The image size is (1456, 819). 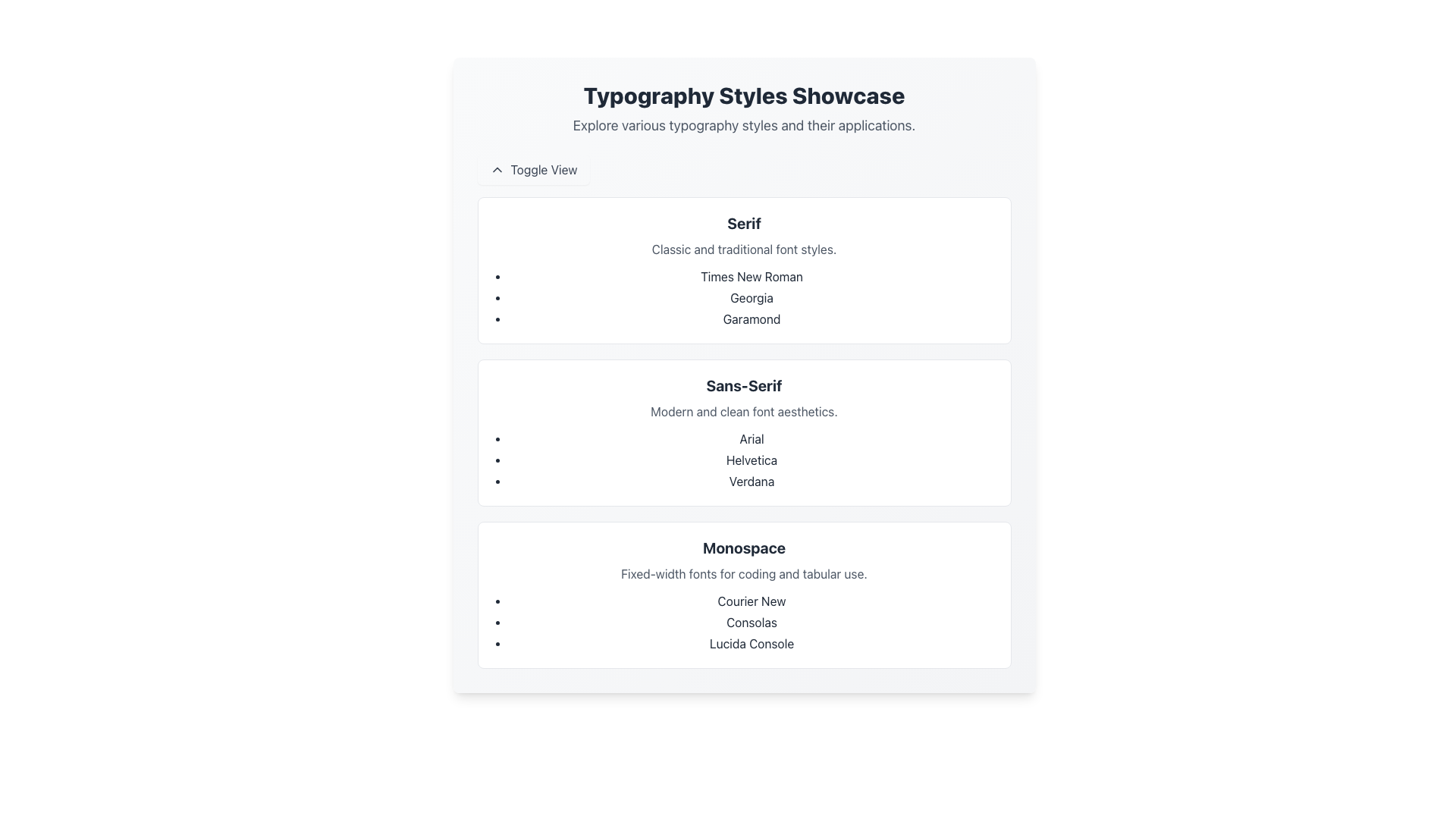 I want to click on the non-interactive static list item displaying the 'Verdana' font name, which is the third item under the 'Sans-Serif' header, so click(x=752, y=482).